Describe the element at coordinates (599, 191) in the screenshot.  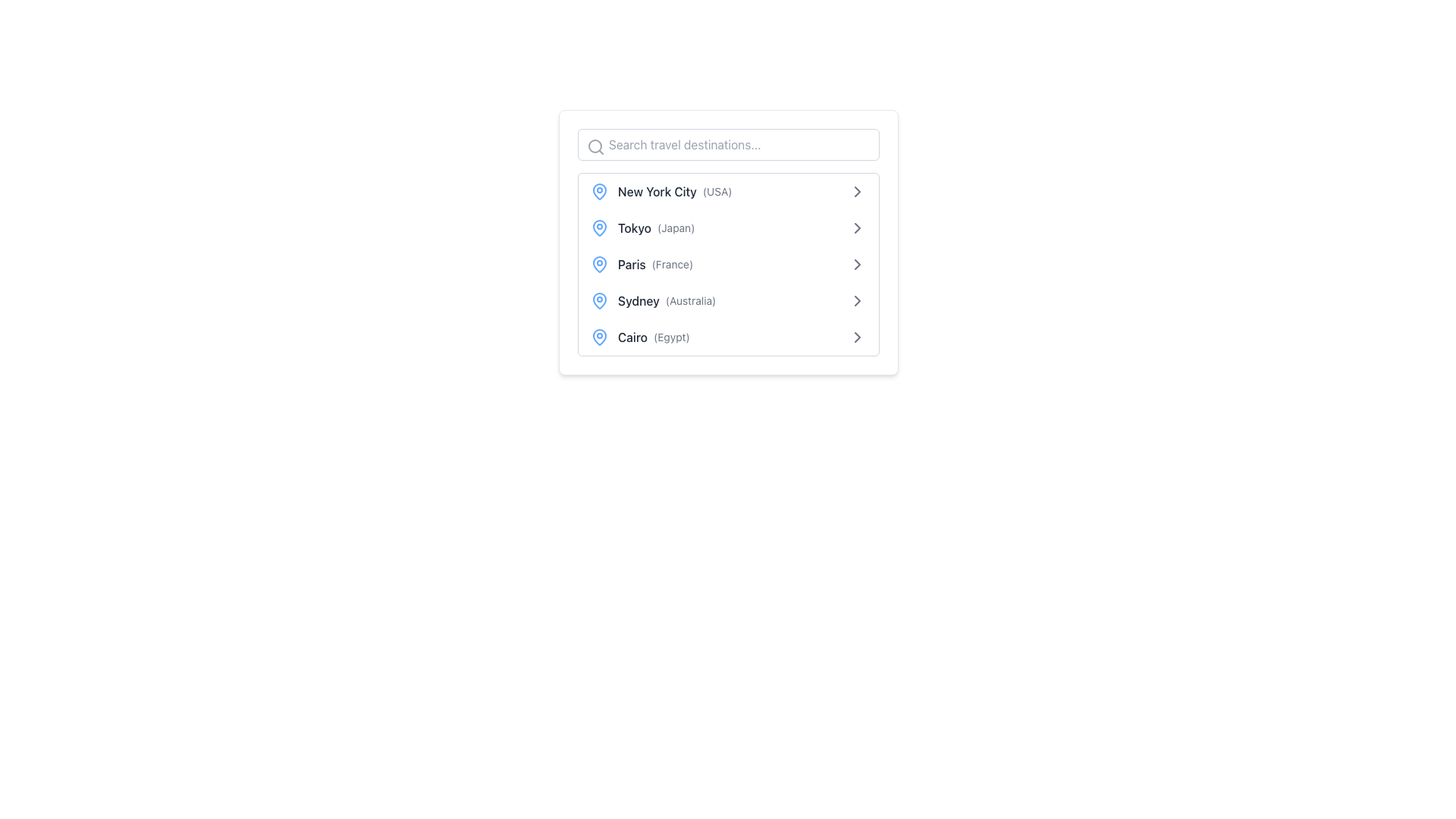
I see `the blue gradient pin icon representing a location marker, which is the first item in a list adjacent to 'New York City' and before '(USA)' in the card interface` at that location.